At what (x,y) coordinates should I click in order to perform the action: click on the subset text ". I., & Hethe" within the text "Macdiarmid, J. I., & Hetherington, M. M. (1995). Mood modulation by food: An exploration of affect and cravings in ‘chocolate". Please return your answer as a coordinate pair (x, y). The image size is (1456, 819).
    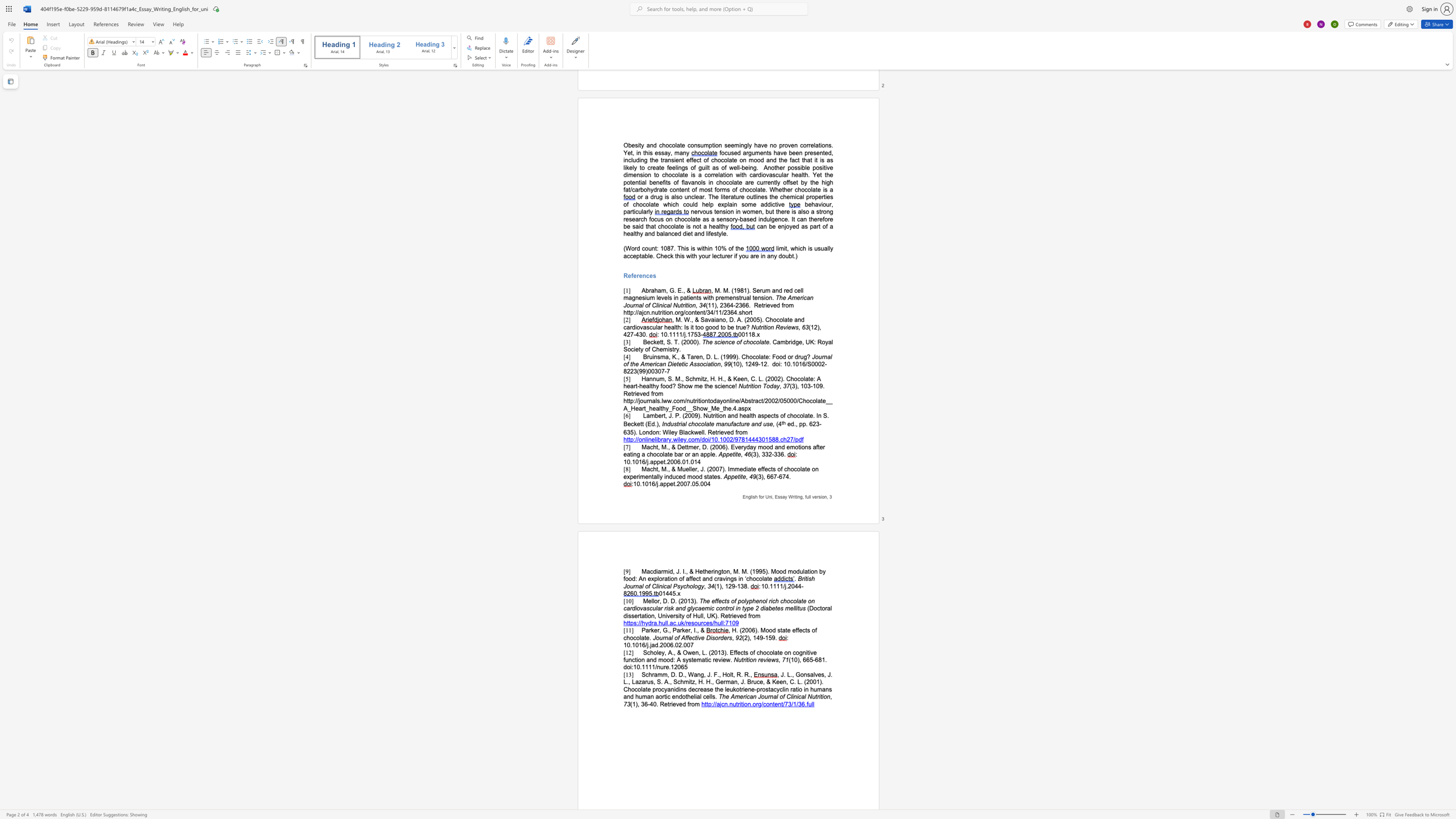
    Looking at the image, I should click on (679, 571).